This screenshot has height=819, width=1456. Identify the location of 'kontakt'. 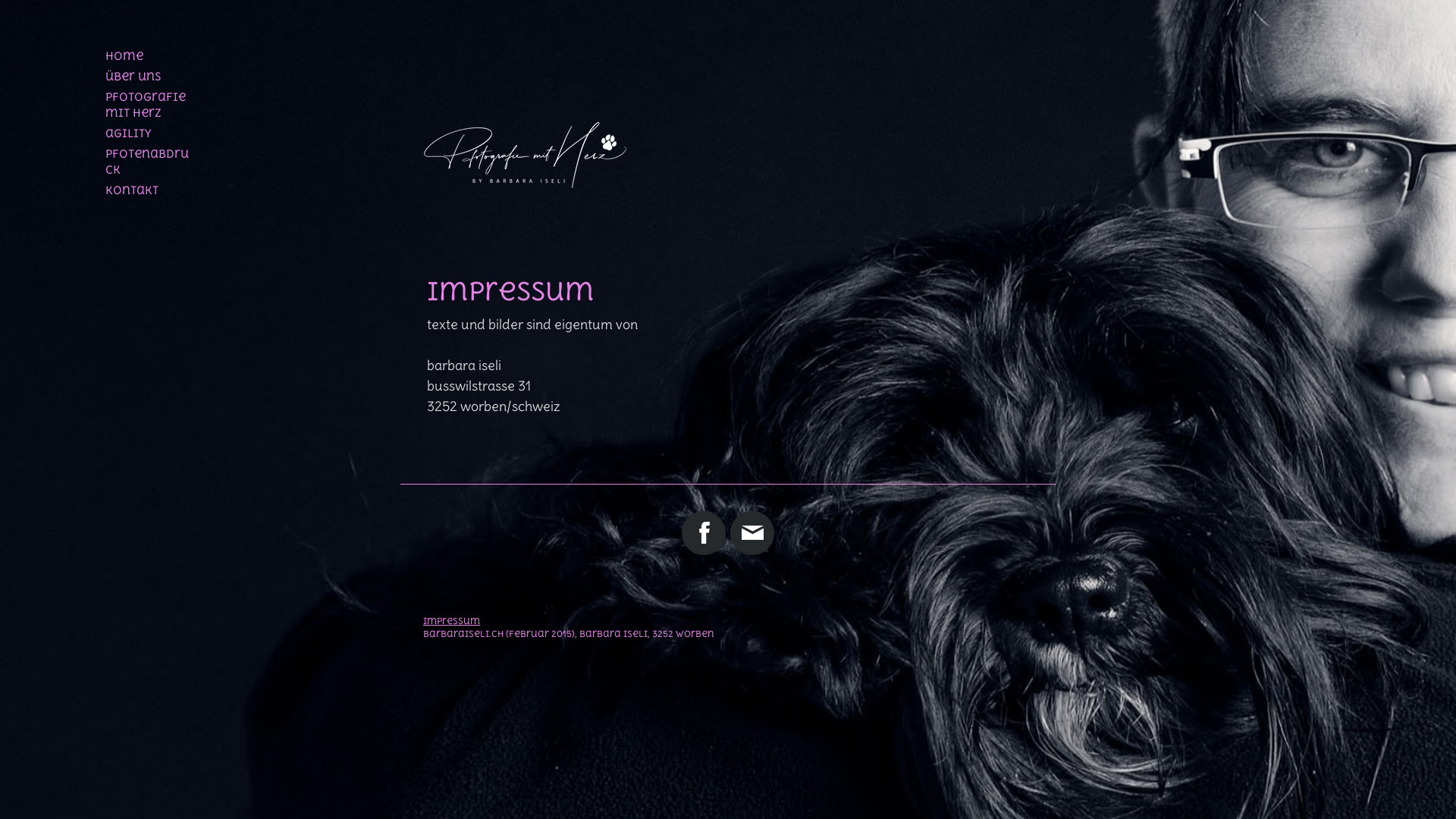
(149, 189).